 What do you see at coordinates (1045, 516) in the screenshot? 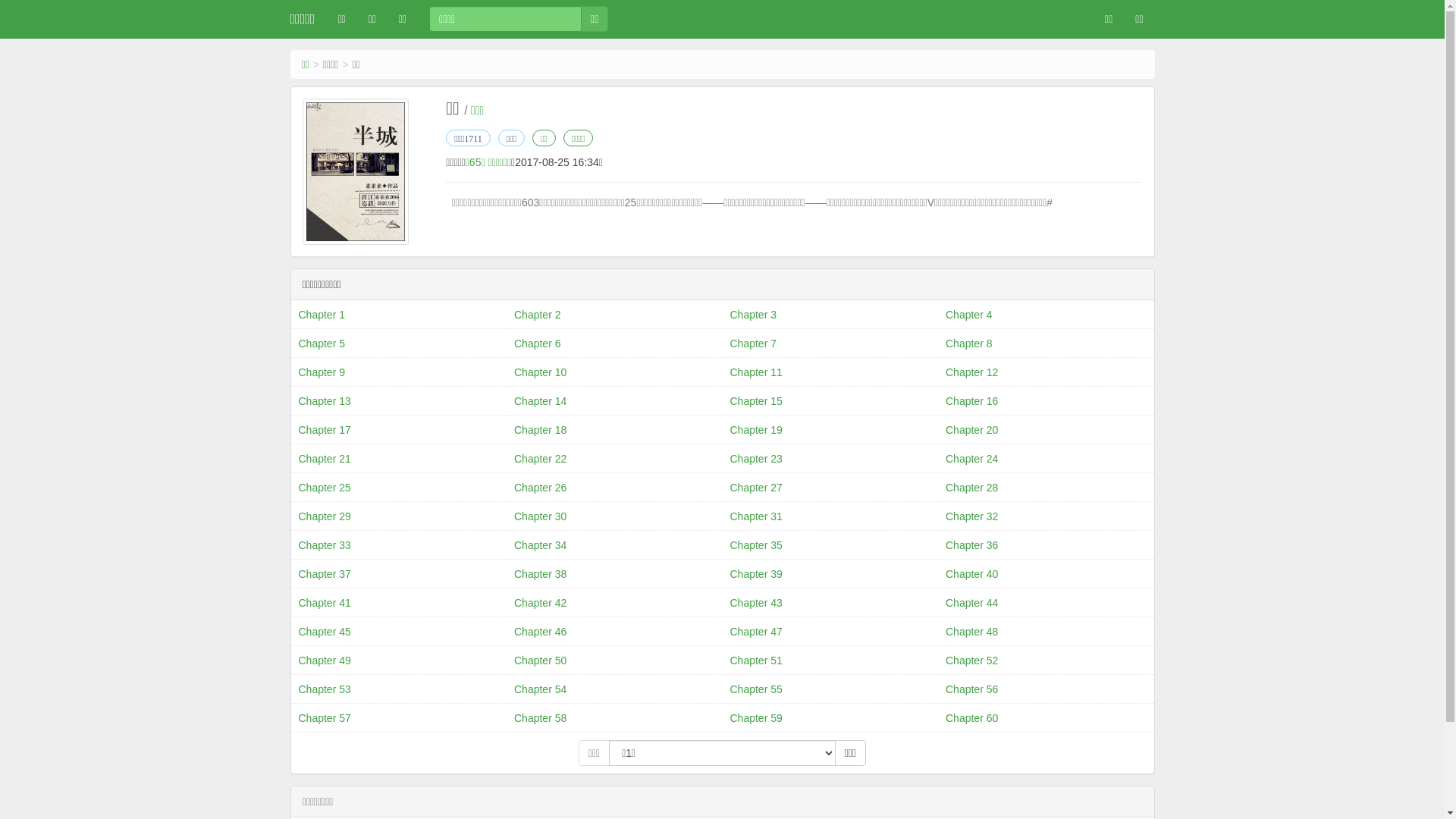
I see `'Chapter 32'` at bounding box center [1045, 516].